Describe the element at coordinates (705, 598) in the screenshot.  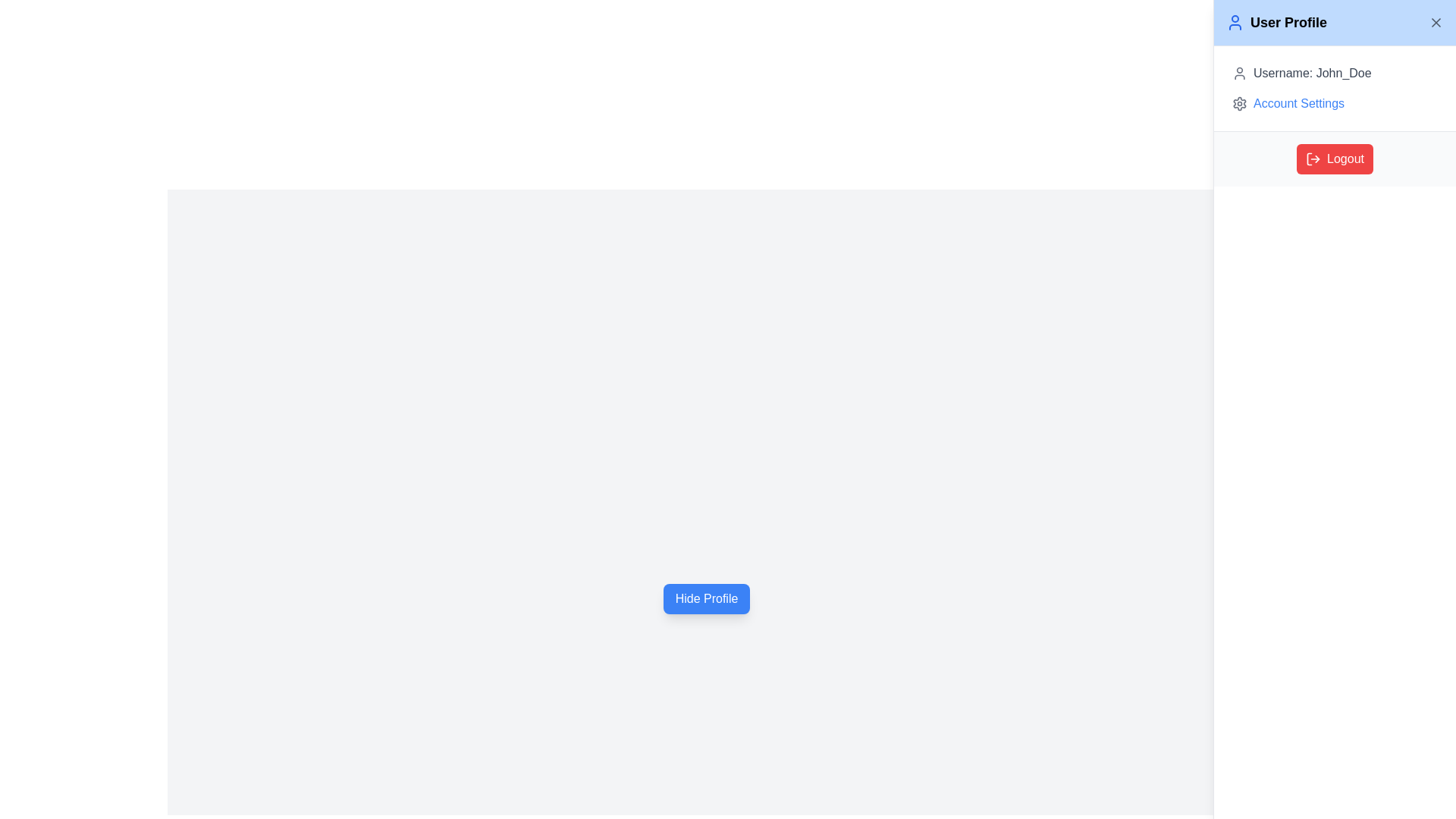
I see `the 'Hide Profile' button, which is a bright blue rounded rectangle with white text, located near the center horizontally and lower vertically within a light gray area` at that location.